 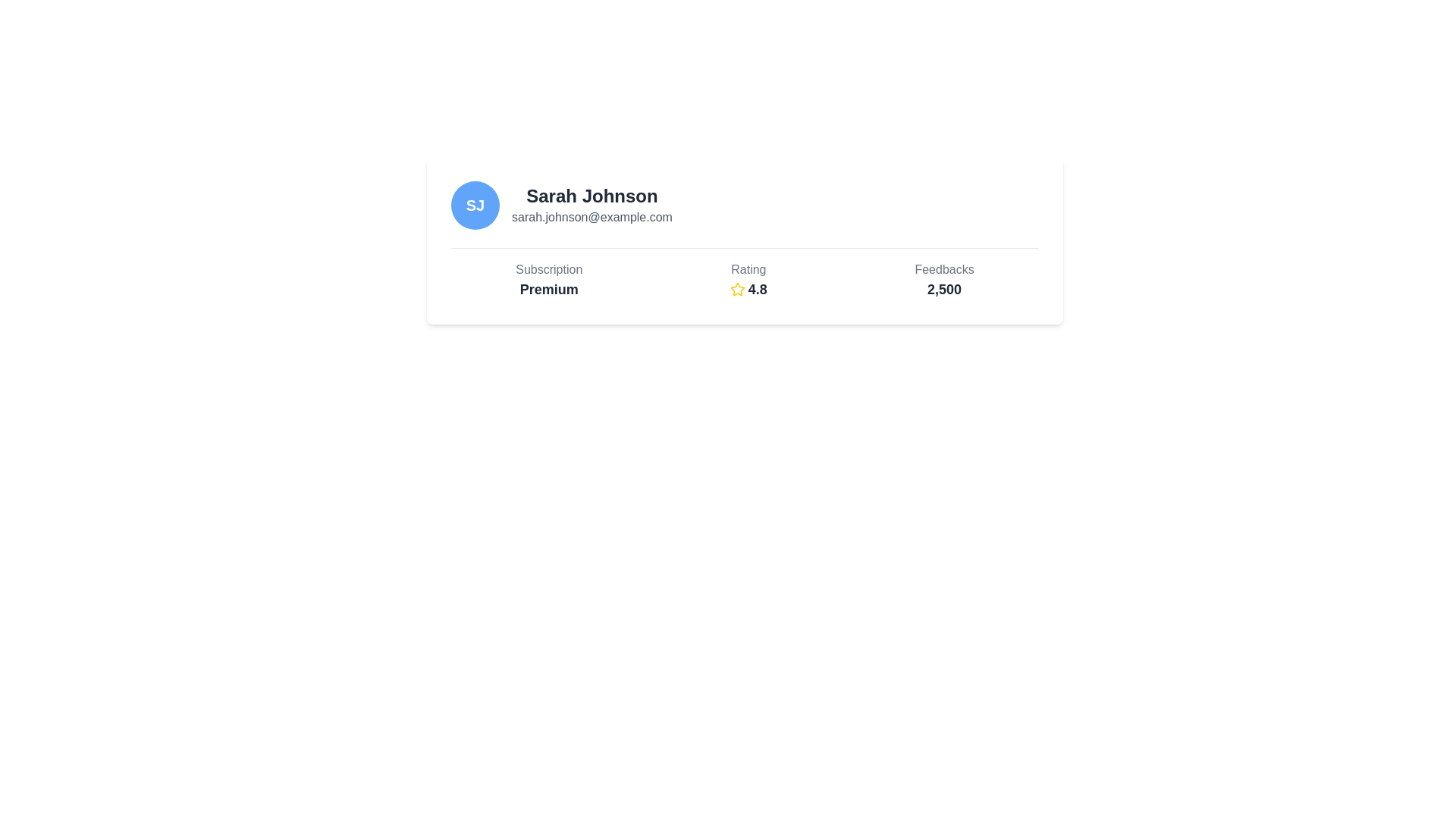 I want to click on value displayed in the Text Display element, which shows 'Feedbacks' and the number '2,500' in a bolder font, so click(x=943, y=281).